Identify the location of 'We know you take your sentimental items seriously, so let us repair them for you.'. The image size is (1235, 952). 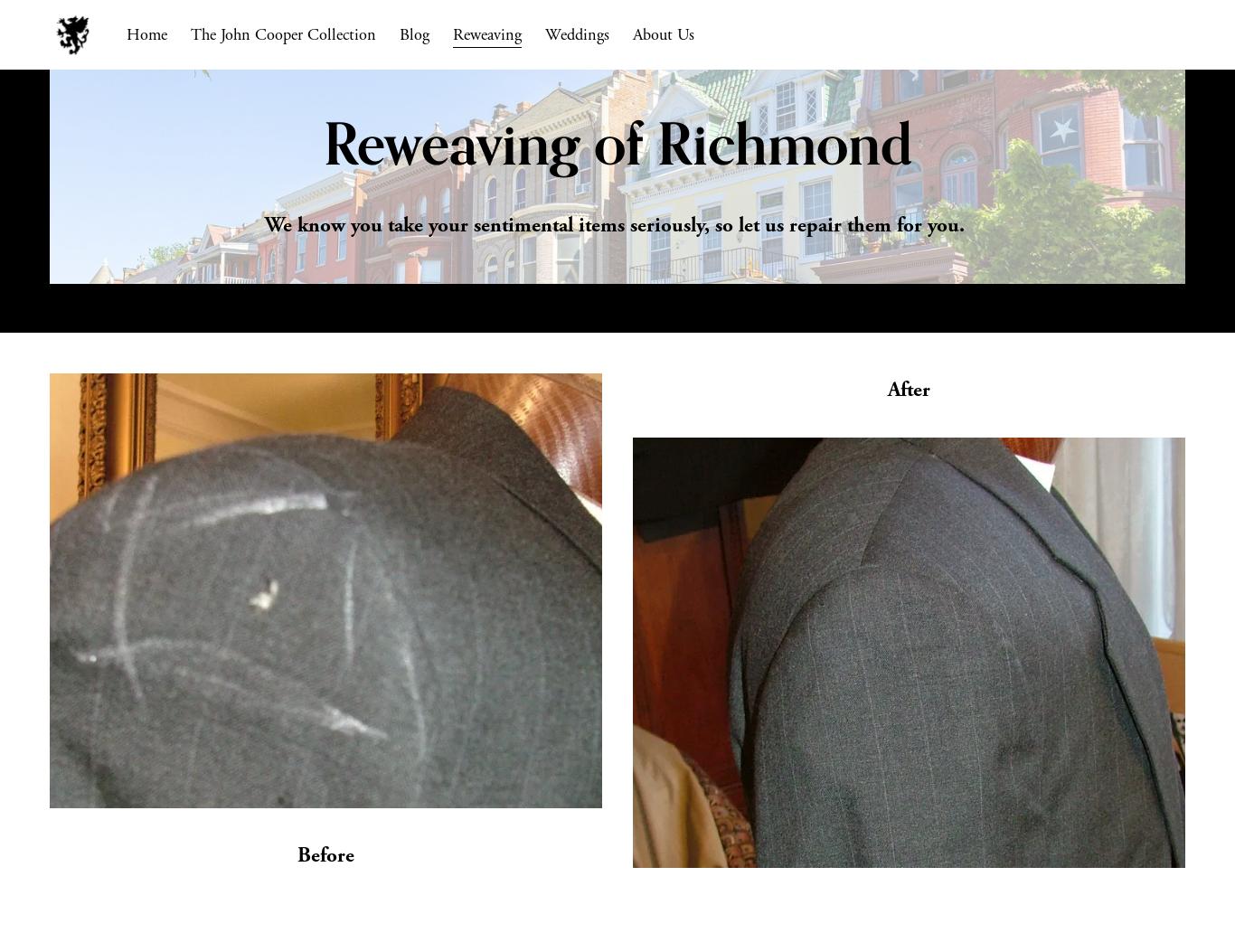
(617, 224).